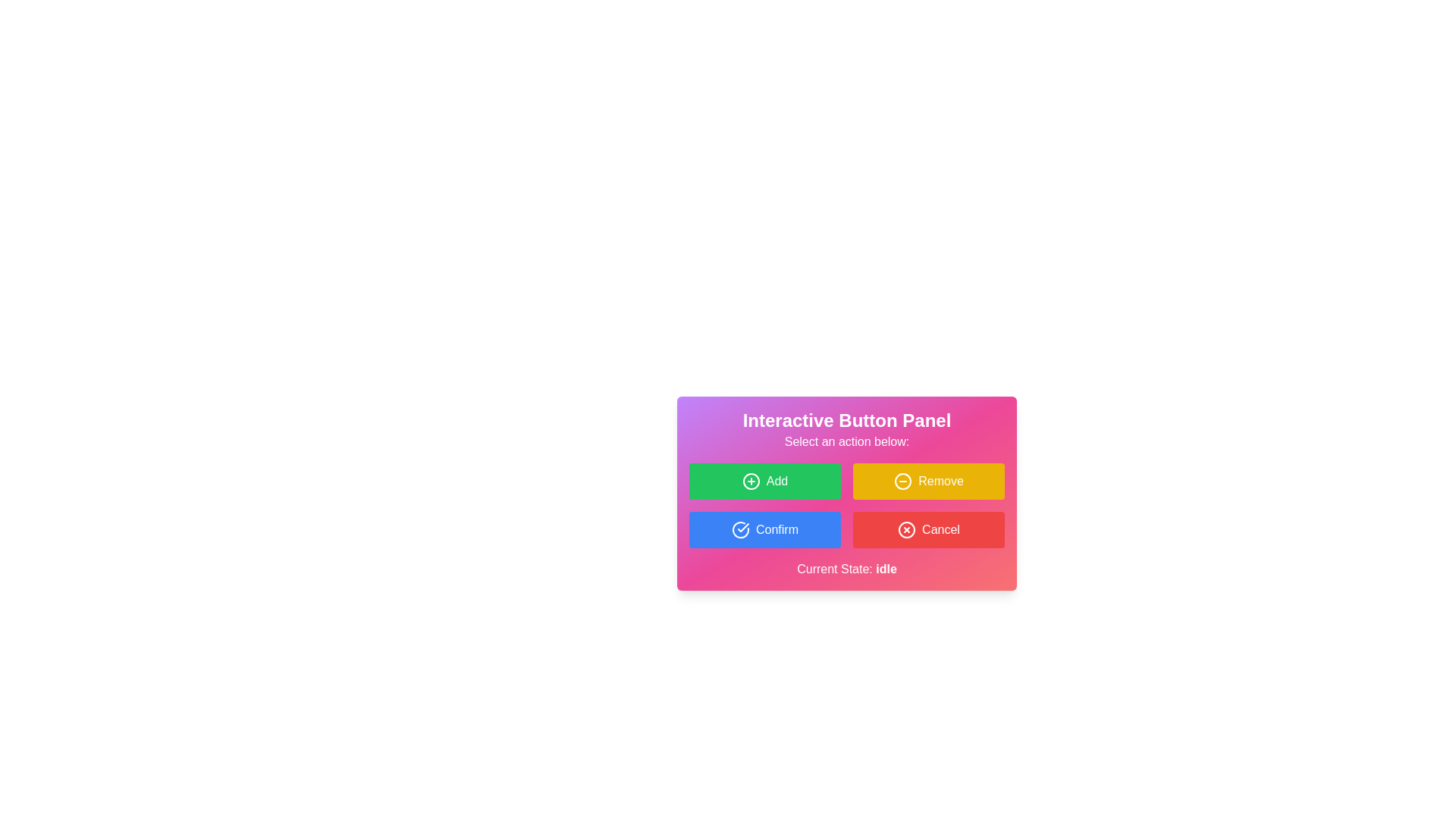 The height and width of the screenshot is (819, 1456). I want to click on the text block displaying 'Interactive Button Panel' and 'Select an action below' at the top of the gradient-colored panel, so click(846, 430).